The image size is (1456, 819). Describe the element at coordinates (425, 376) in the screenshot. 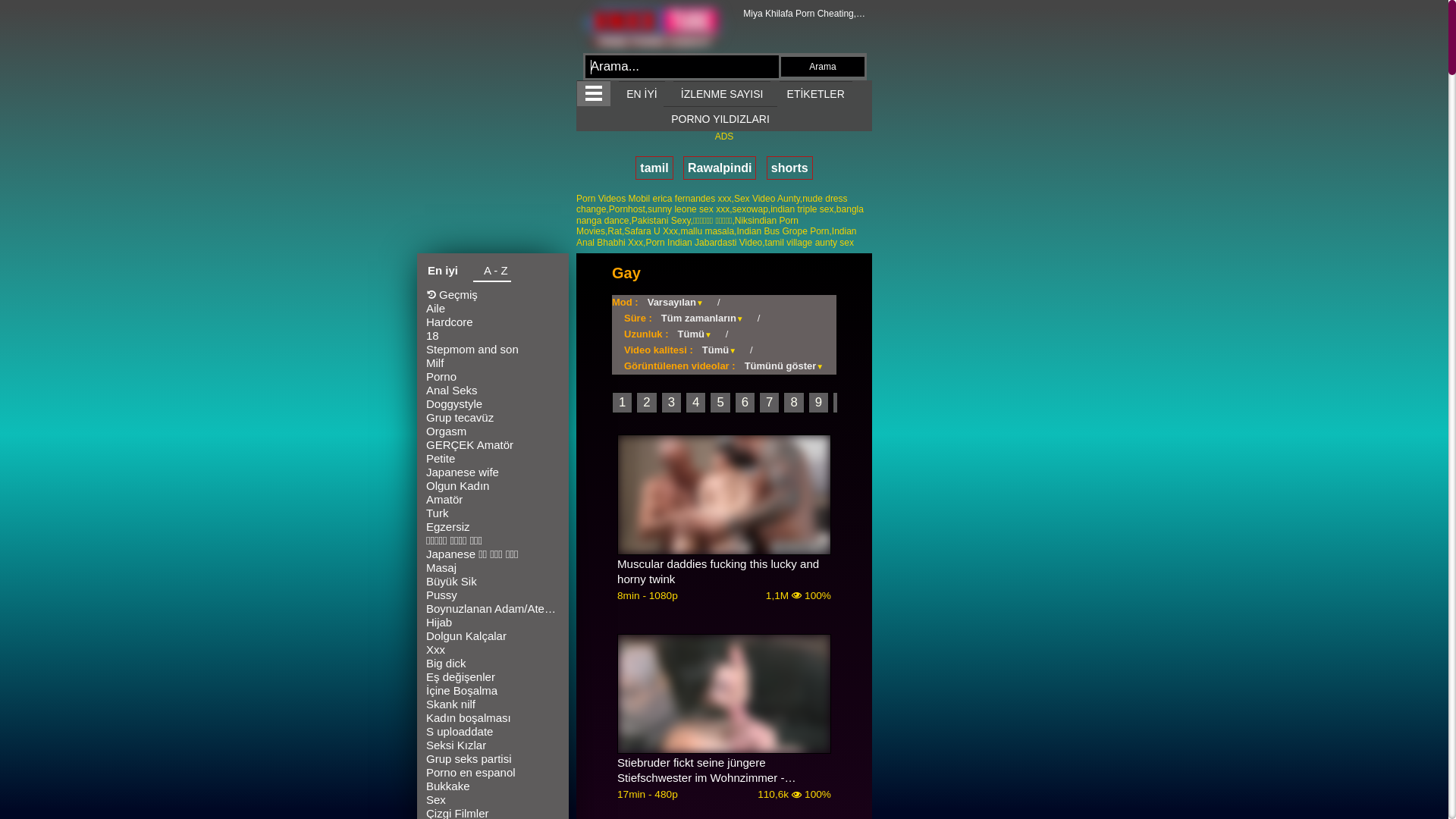

I see `'Porno'` at that location.